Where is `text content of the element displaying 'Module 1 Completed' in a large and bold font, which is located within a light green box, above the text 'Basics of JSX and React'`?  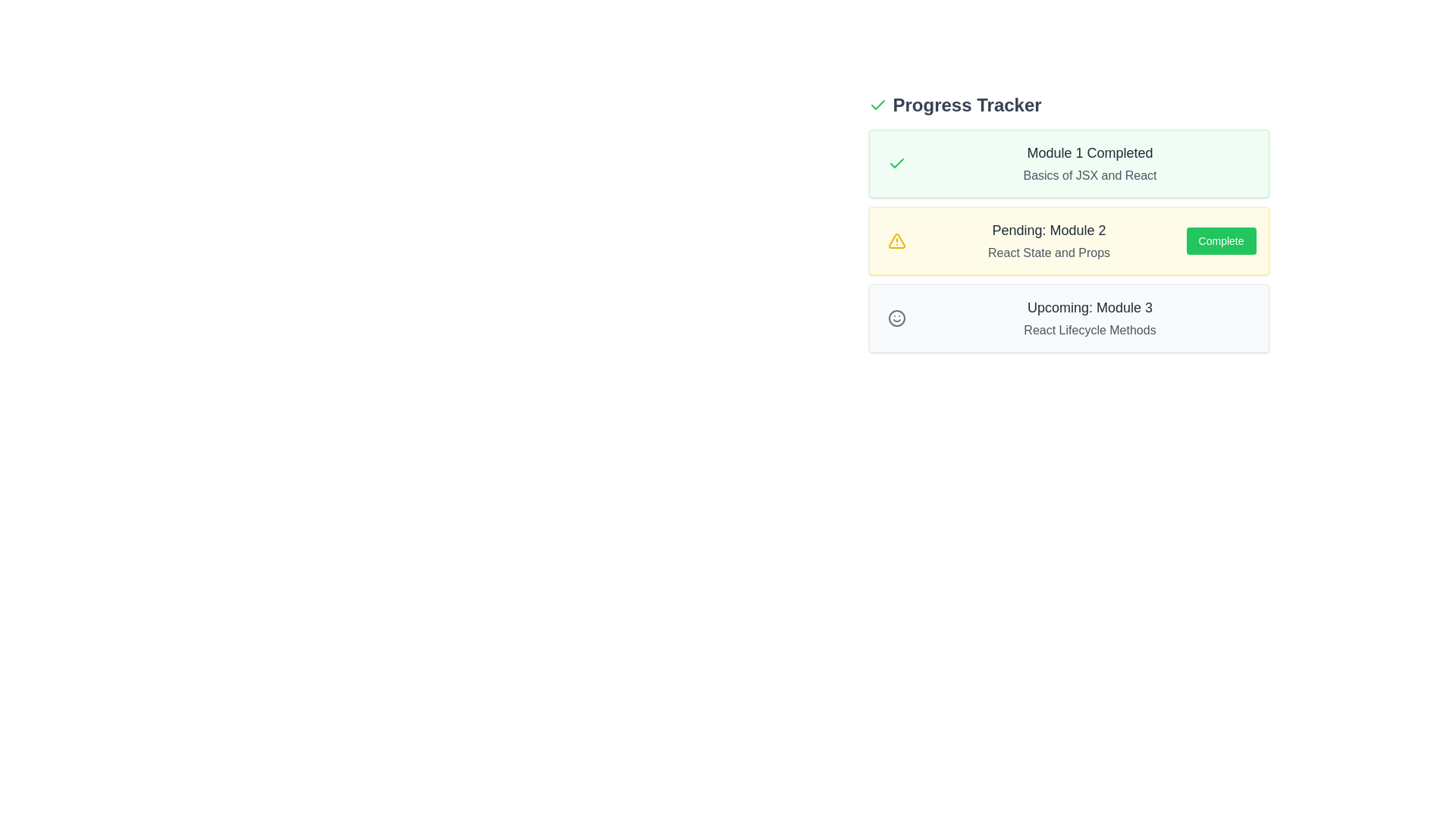
text content of the element displaying 'Module 1 Completed' in a large and bold font, which is located within a light green box, above the text 'Basics of JSX and React' is located at coordinates (1089, 152).